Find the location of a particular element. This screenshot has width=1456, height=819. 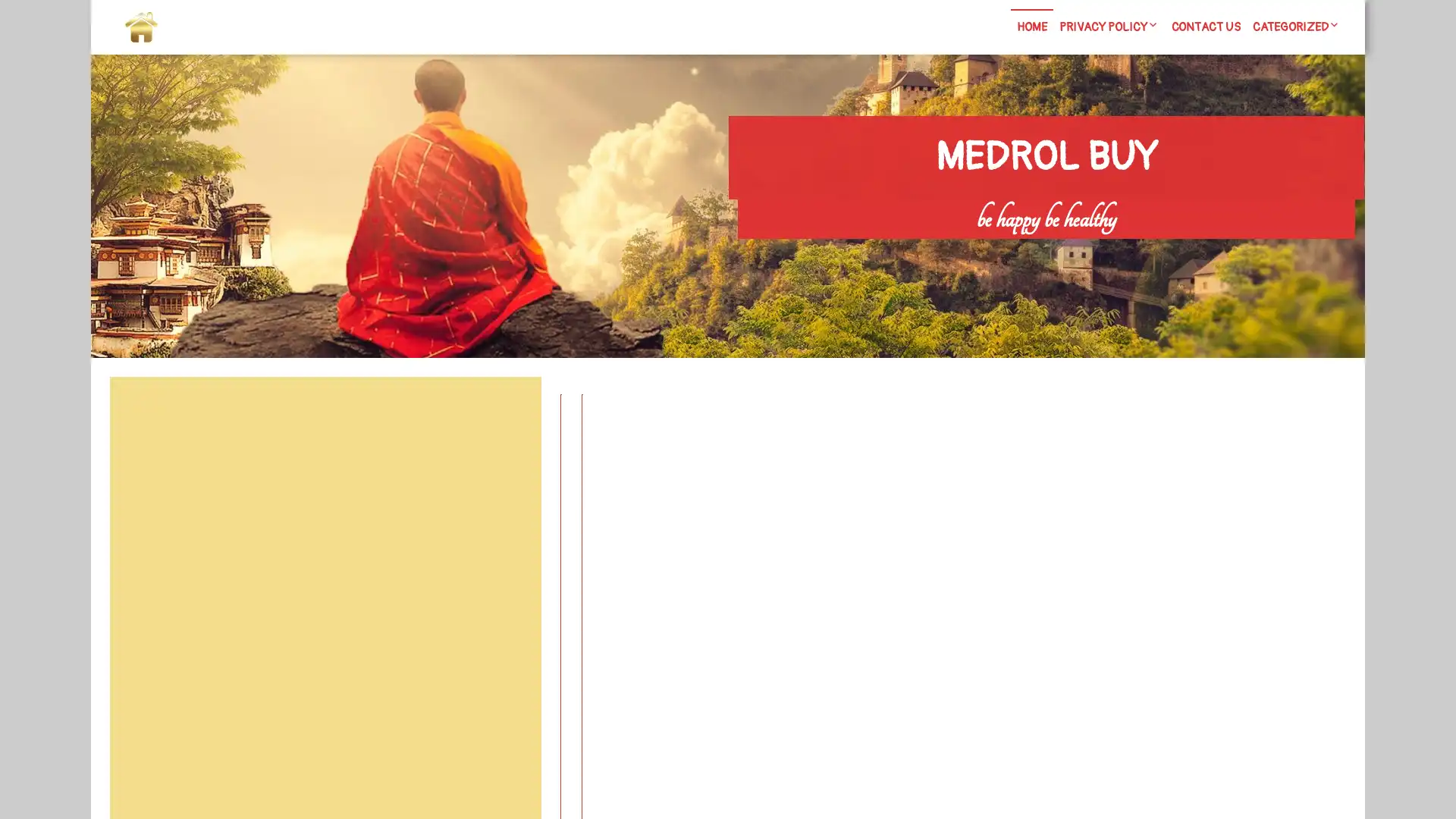

Search is located at coordinates (1181, 248).